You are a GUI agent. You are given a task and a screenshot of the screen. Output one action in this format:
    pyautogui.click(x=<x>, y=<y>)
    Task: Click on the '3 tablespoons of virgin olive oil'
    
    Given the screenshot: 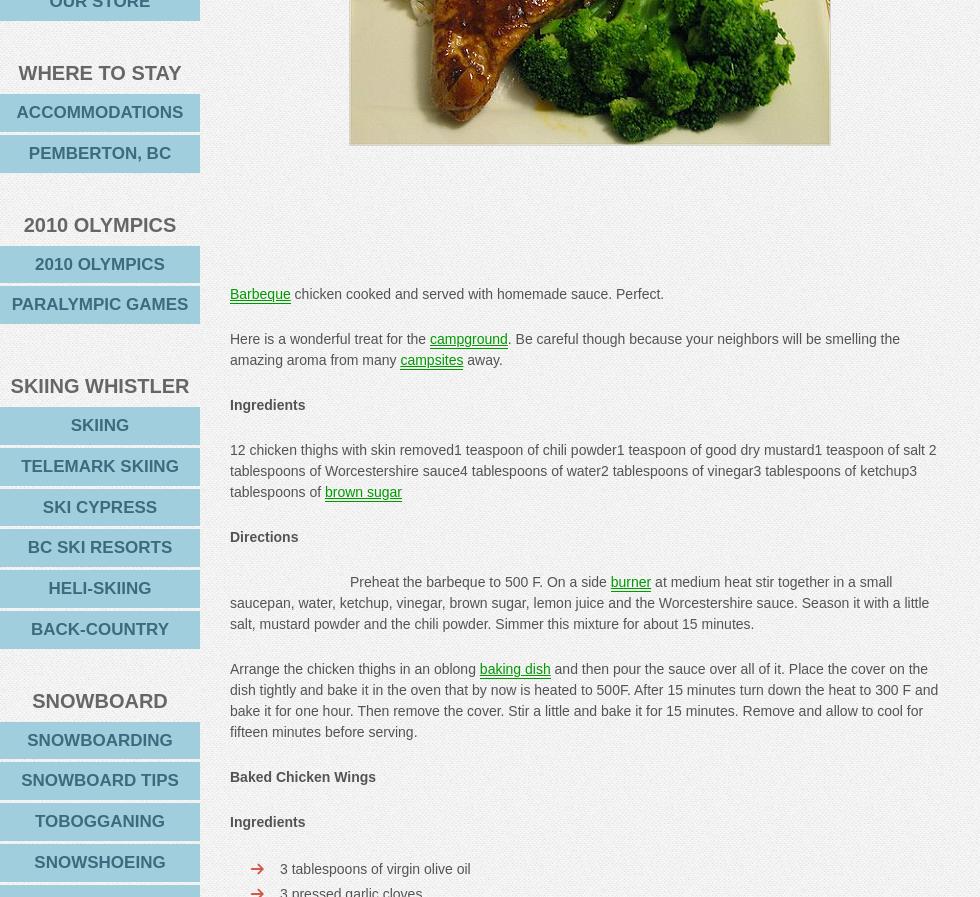 What is the action you would take?
    pyautogui.click(x=375, y=869)
    